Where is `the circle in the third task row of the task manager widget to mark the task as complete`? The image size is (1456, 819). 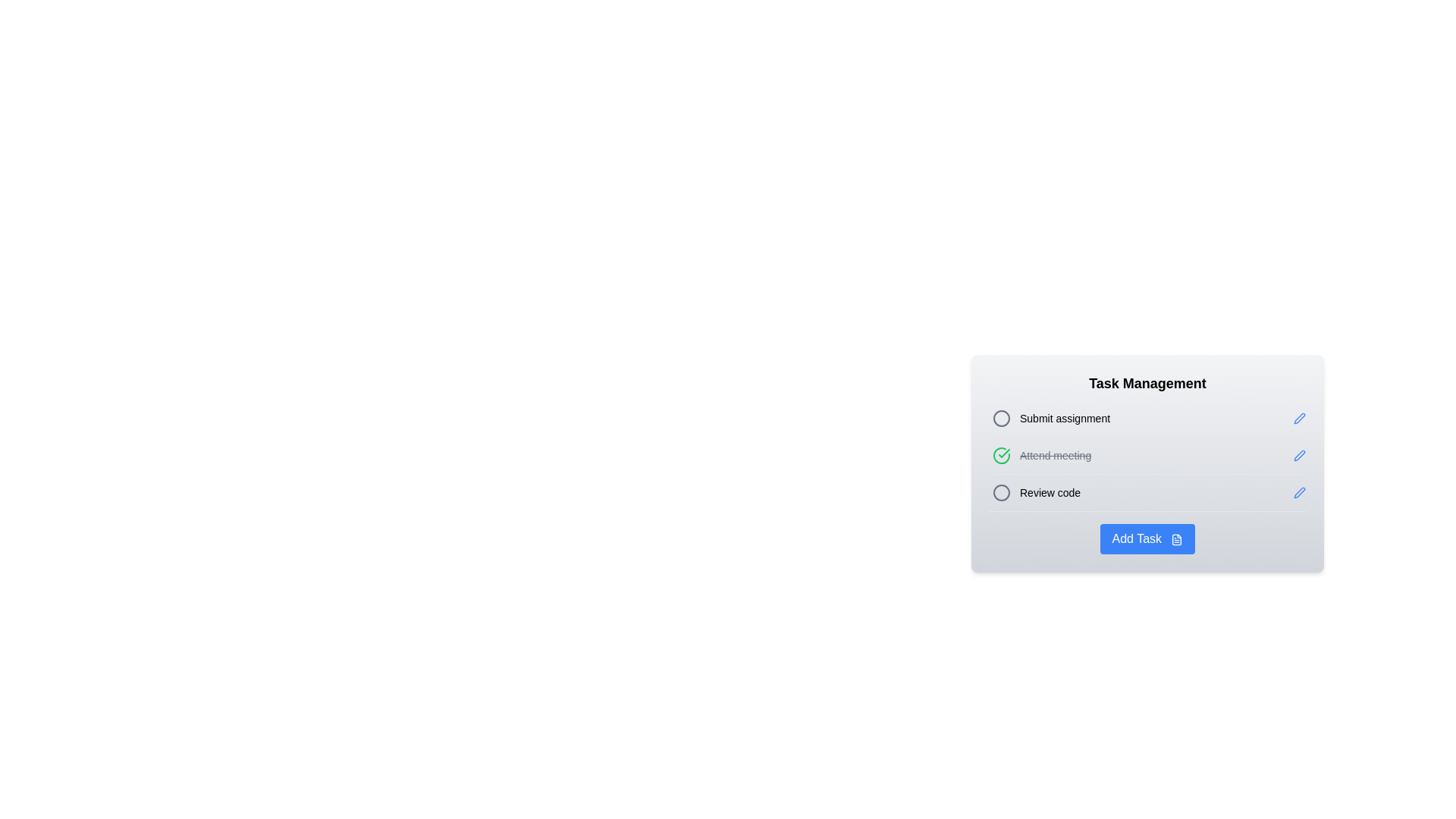 the circle in the third task row of the task manager widget to mark the task as complete is located at coordinates (1147, 496).